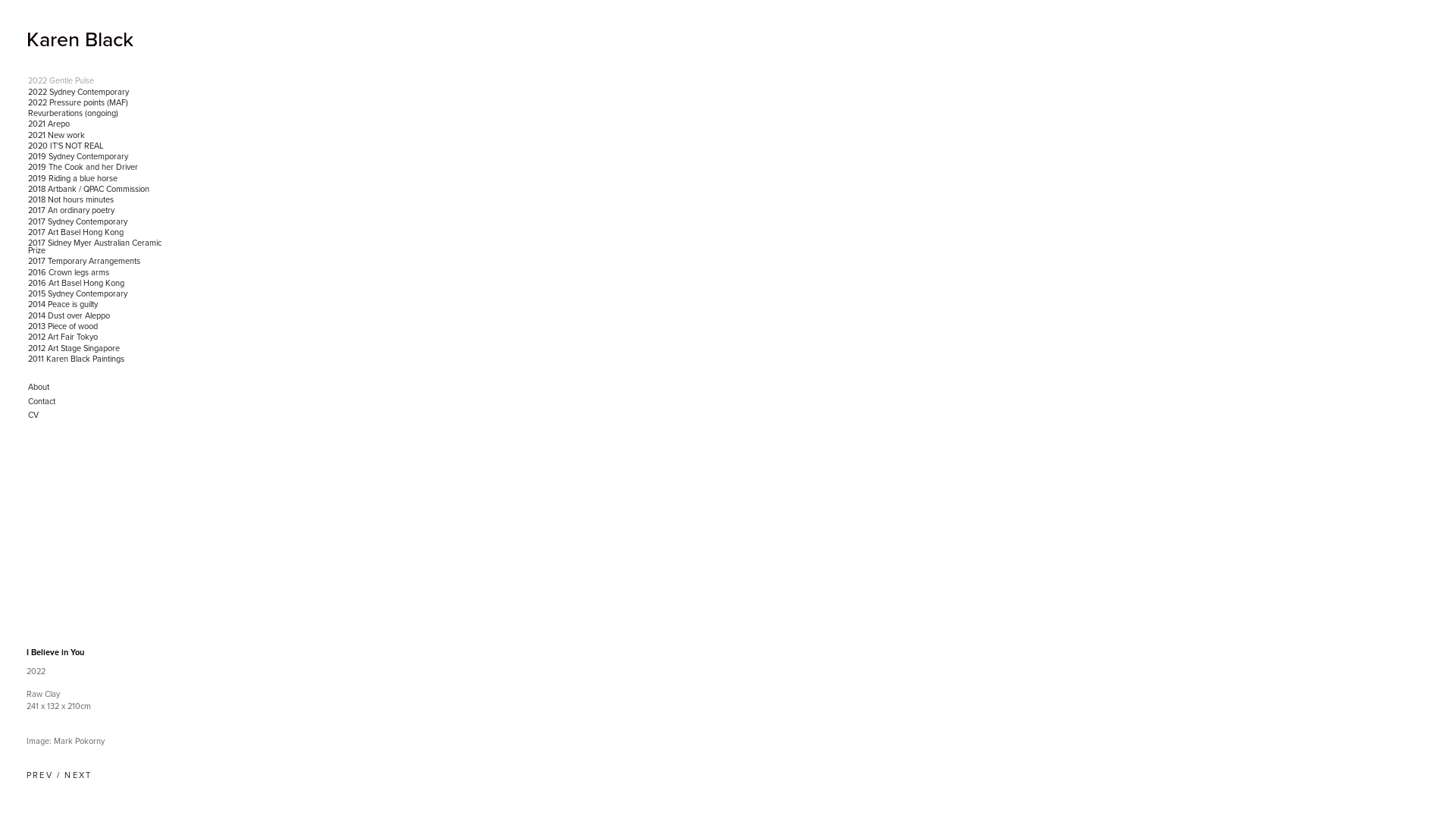 This screenshot has height=819, width=1456. Describe the element at coordinates (97, 124) in the screenshot. I see `'2021 Arepo'` at that location.